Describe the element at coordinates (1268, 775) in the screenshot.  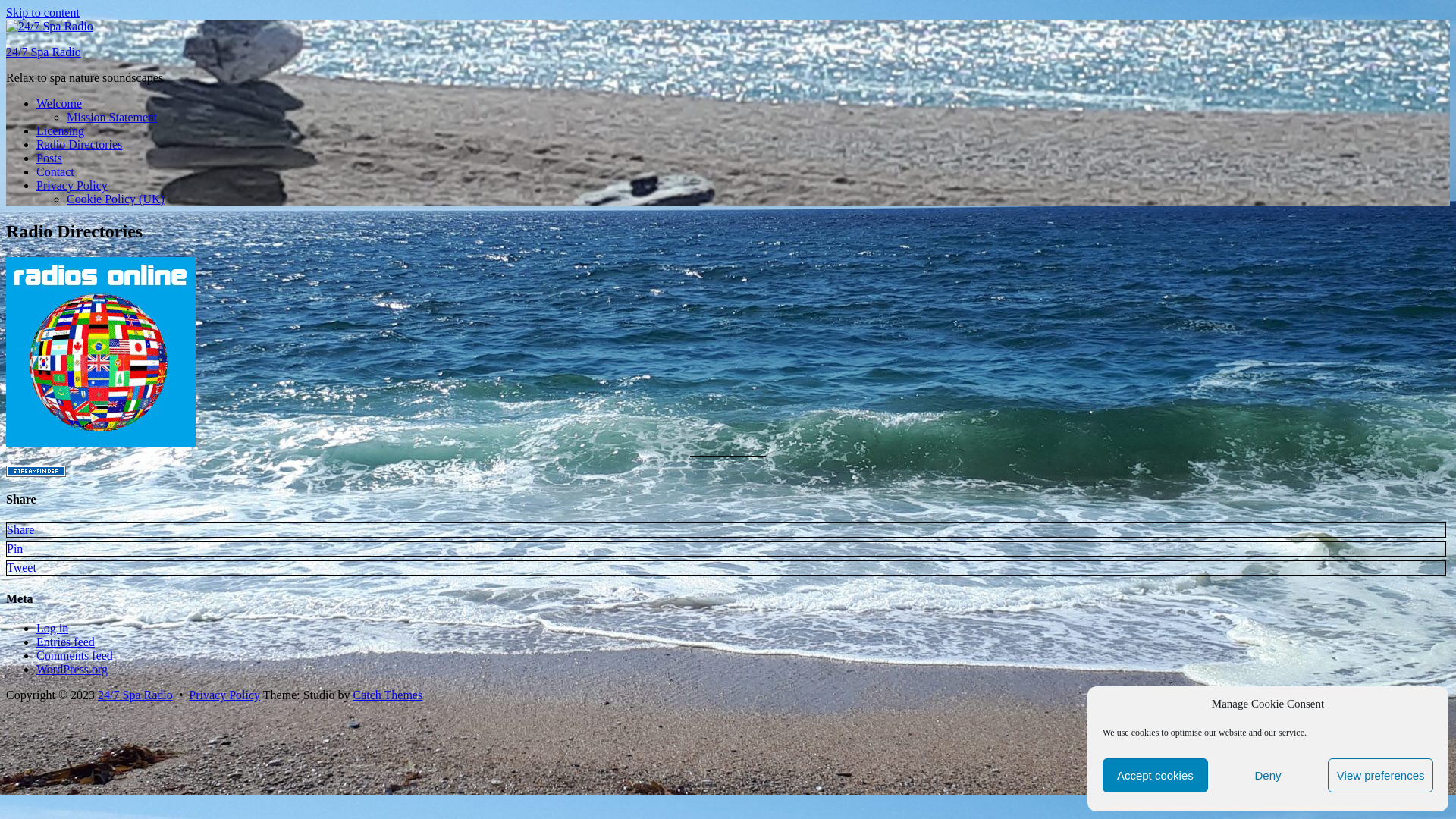
I see `'Deny'` at that location.